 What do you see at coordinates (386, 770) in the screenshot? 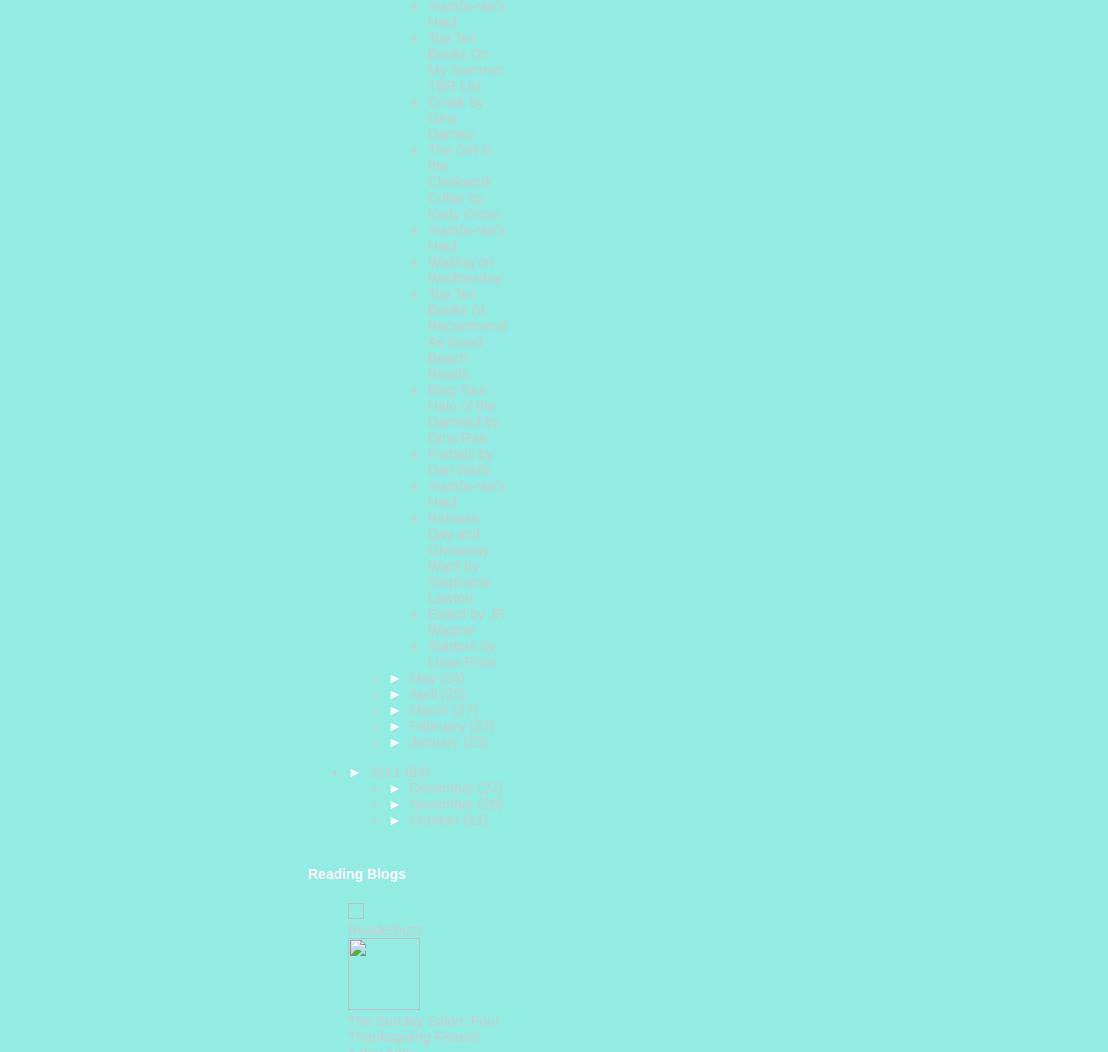
I see `'2011'` at bounding box center [386, 770].